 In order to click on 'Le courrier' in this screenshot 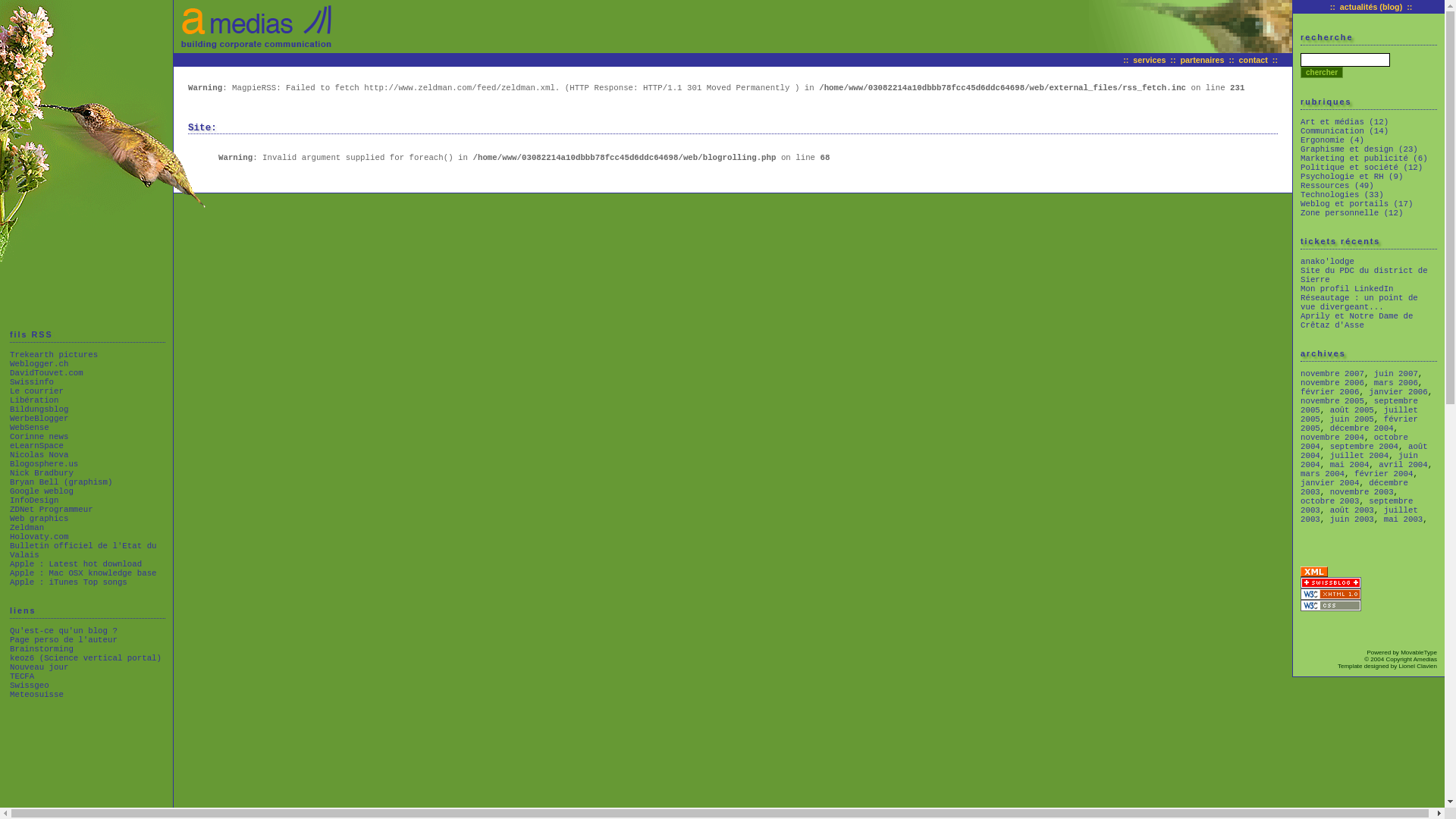, I will do `click(36, 391)`.